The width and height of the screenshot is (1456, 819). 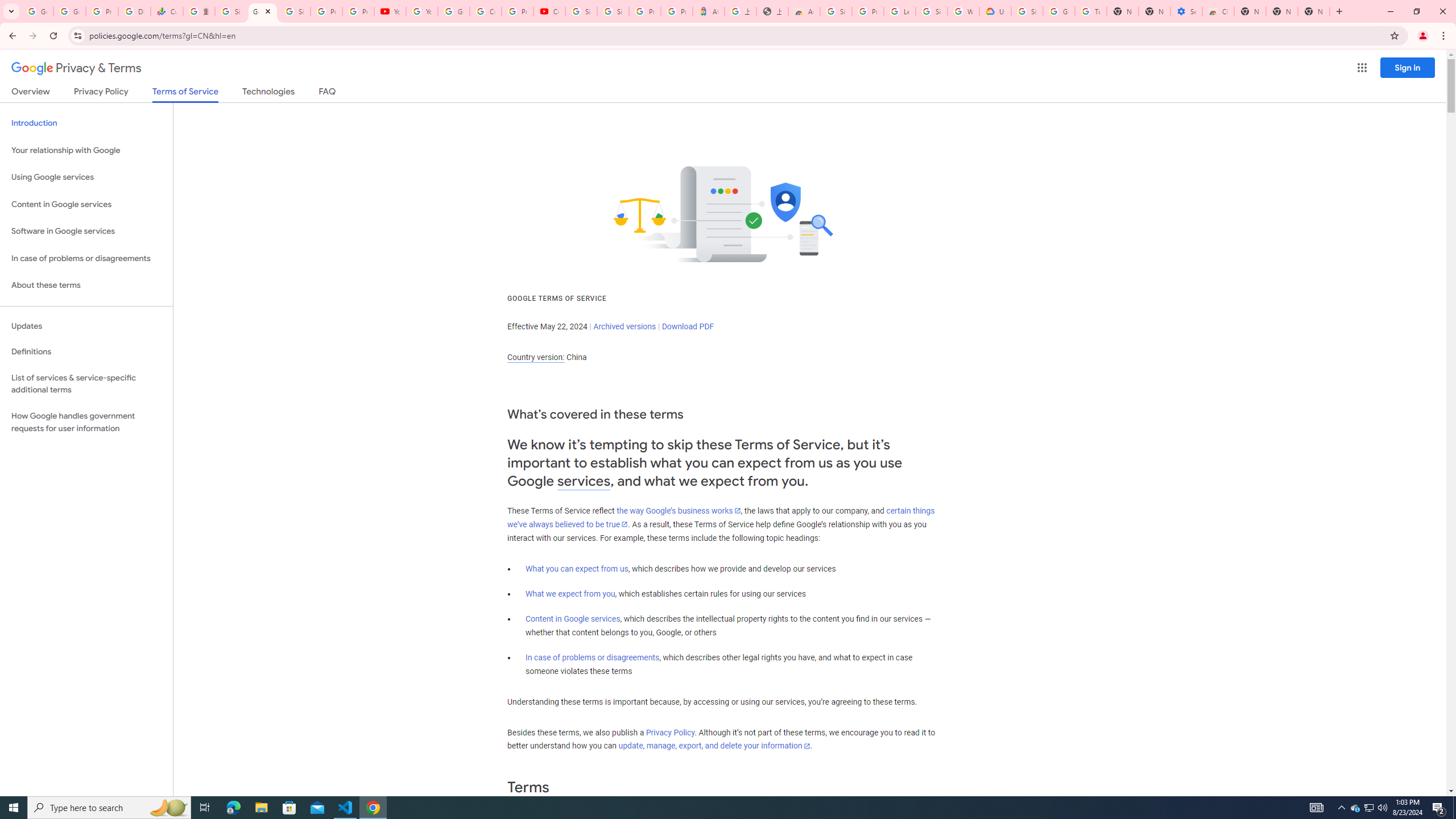 What do you see at coordinates (86, 176) in the screenshot?
I see `'Using Google services'` at bounding box center [86, 176].